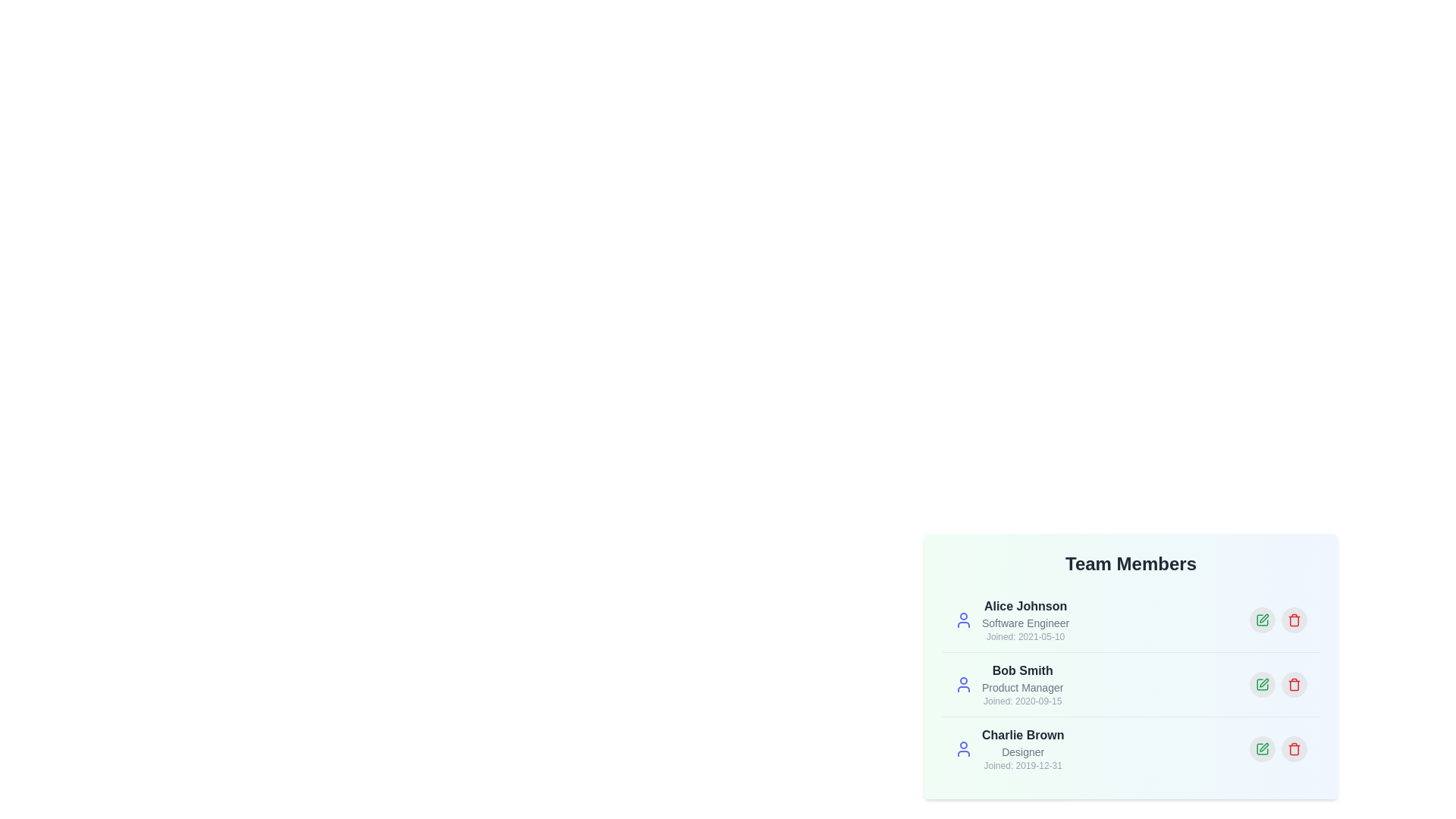 The height and width of the screenshot is (819, 1456). Describe the element at coordinates (1131, 748) in the screenshot. I see `the profile entry corresponding to Charlie Brown` at that location.